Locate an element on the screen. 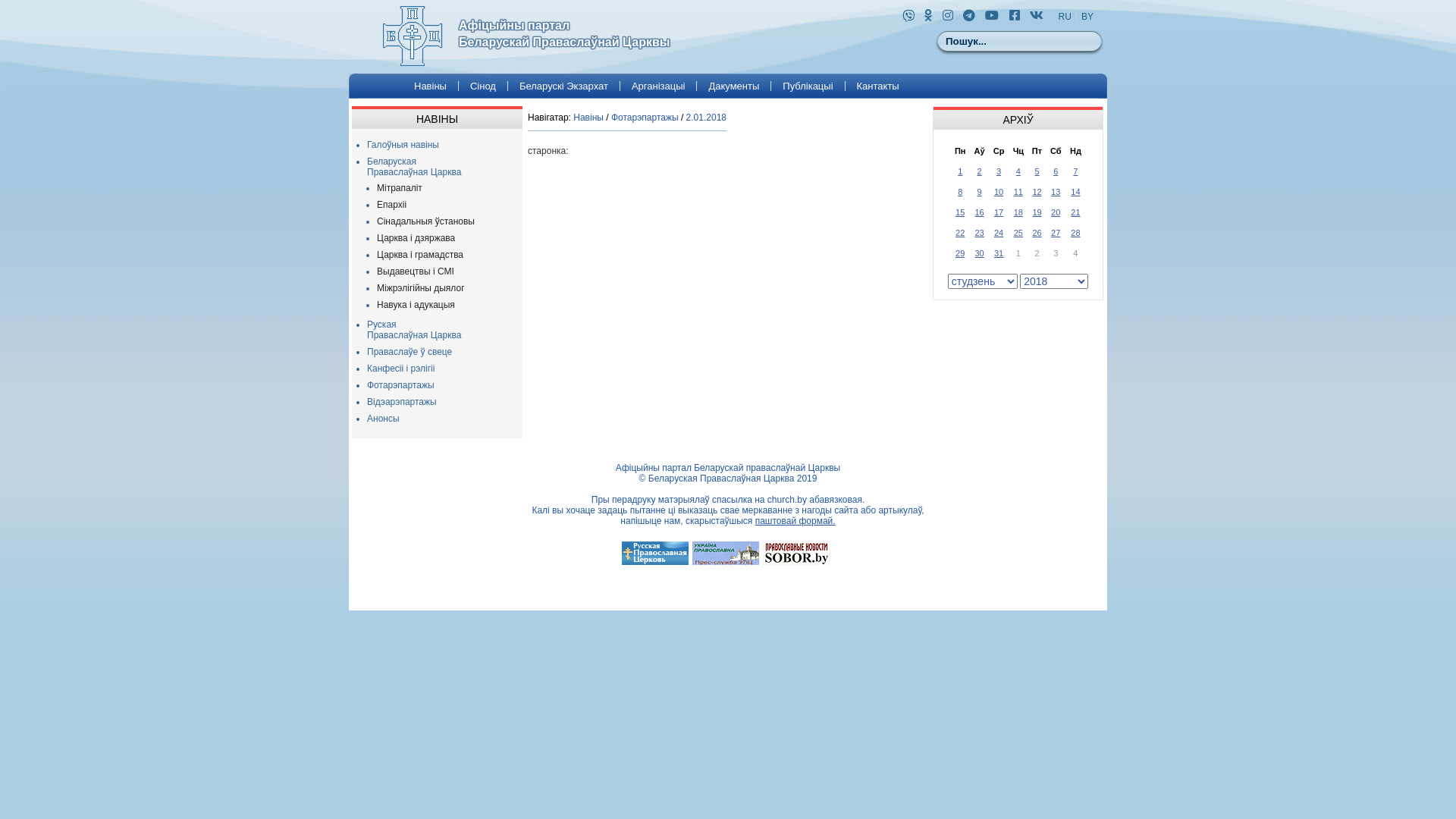  '14' is located at coordinates (1074, 190).